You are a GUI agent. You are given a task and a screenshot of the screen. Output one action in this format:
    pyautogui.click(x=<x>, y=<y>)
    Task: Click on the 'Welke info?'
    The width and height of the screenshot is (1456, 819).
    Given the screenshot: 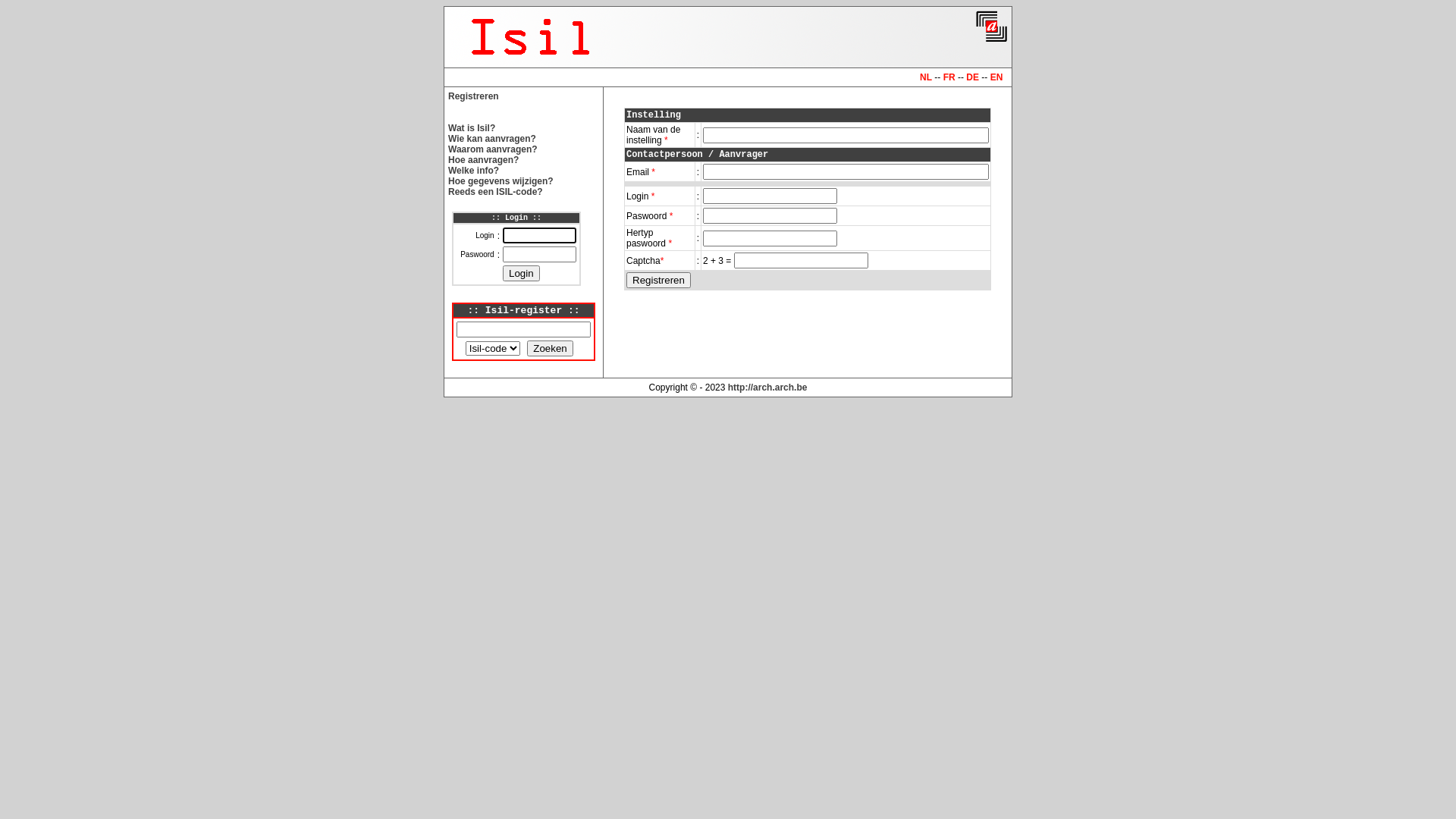 What is the action you would take?
    pyautogui.click(x=447, y=170)
    